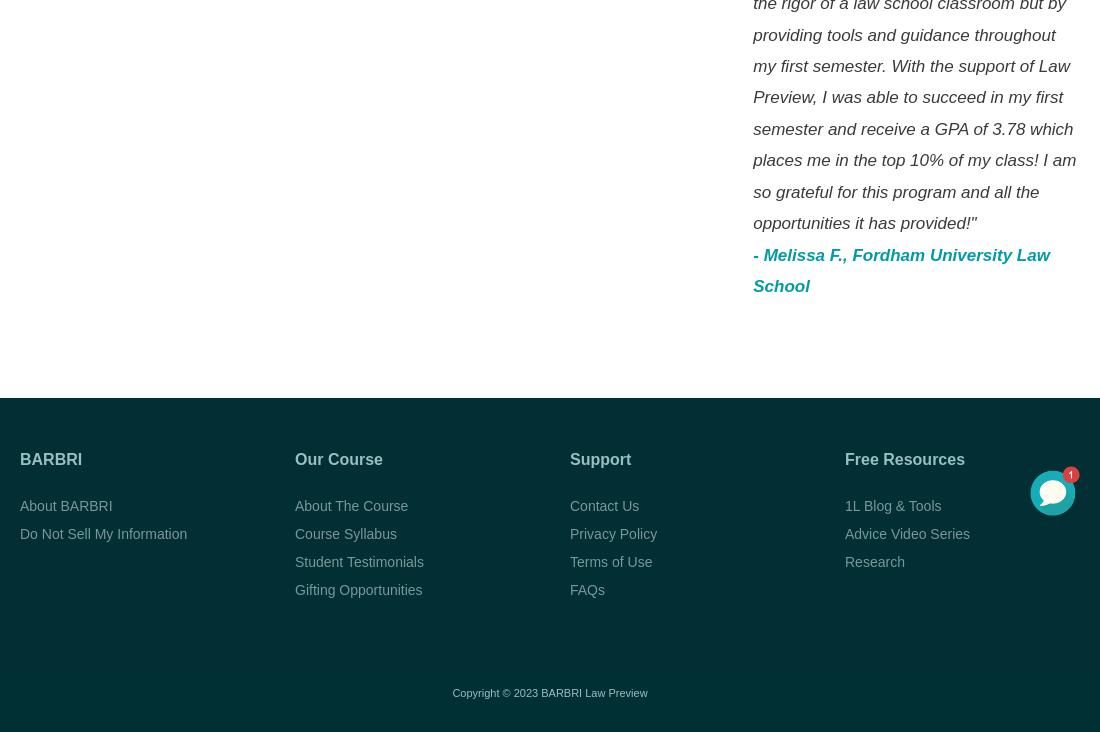 This screenshot has height=732, width=1100. Describe the element at coordinates (610, 560) in the screenshot. I see `'Terms of Use'` at that location.